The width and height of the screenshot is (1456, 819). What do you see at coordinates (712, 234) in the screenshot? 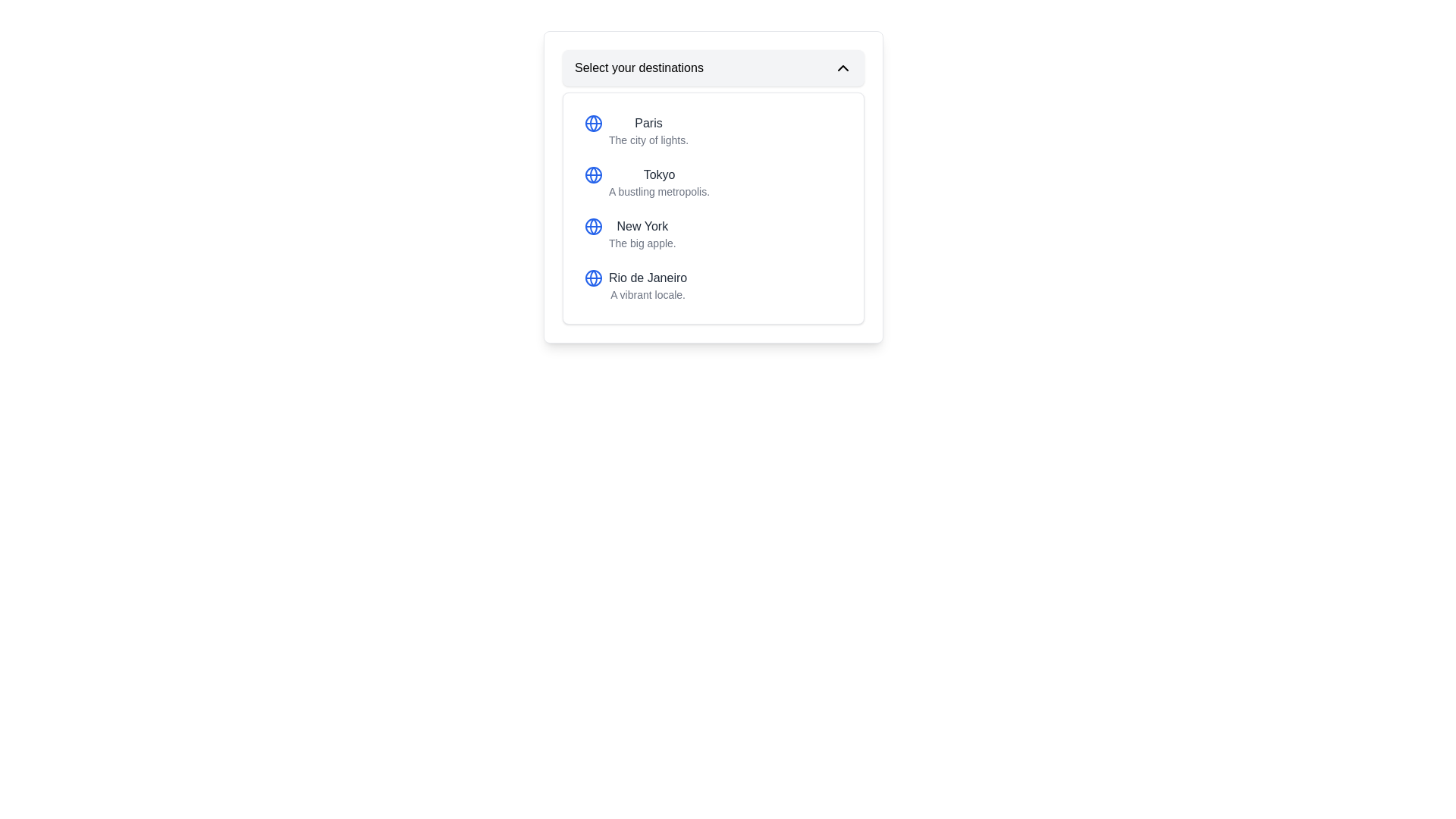
I see `the selectable list item labeled 'New York' in the 'Select your destinations' dropdown` at bounding box center [712, 234].